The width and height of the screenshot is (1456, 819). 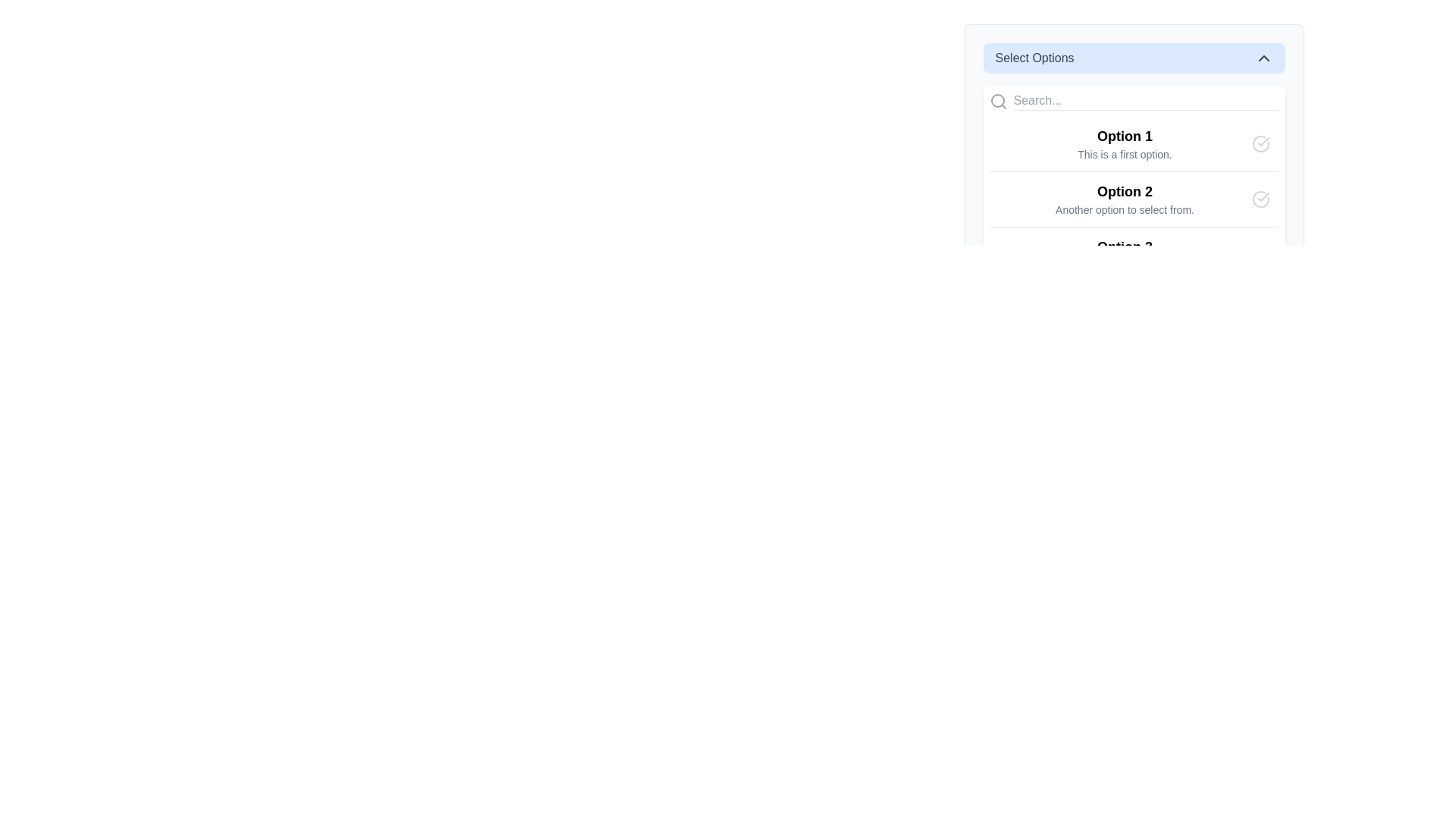 I want to click on the 'Option 1' text label to emphasize it, which is positioned at the top of a list within a dropdown menu, so click(x=1125, y=136).